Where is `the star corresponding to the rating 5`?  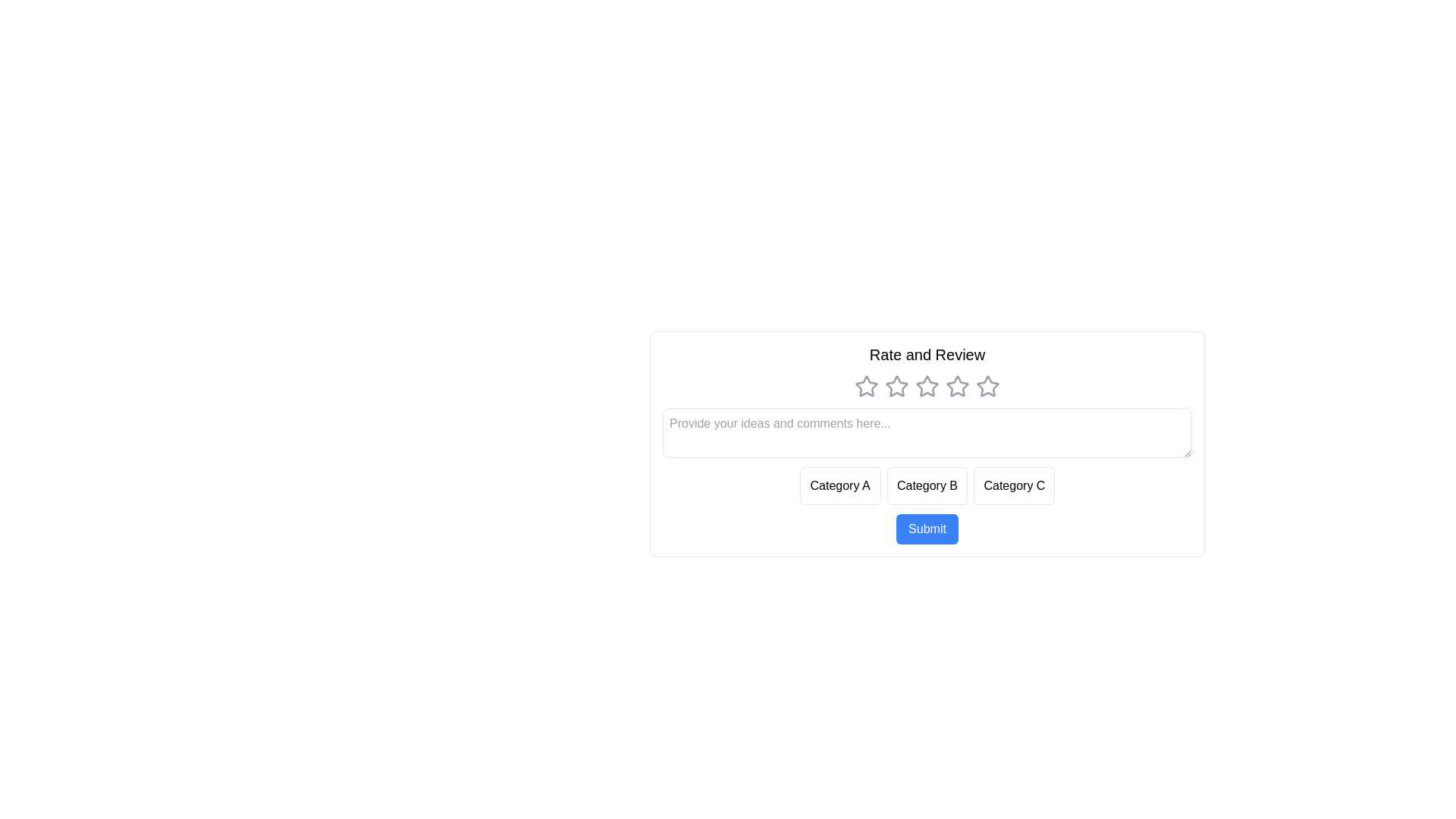 the star corresponding to the rating 5 is located at coordinates (987, 385).